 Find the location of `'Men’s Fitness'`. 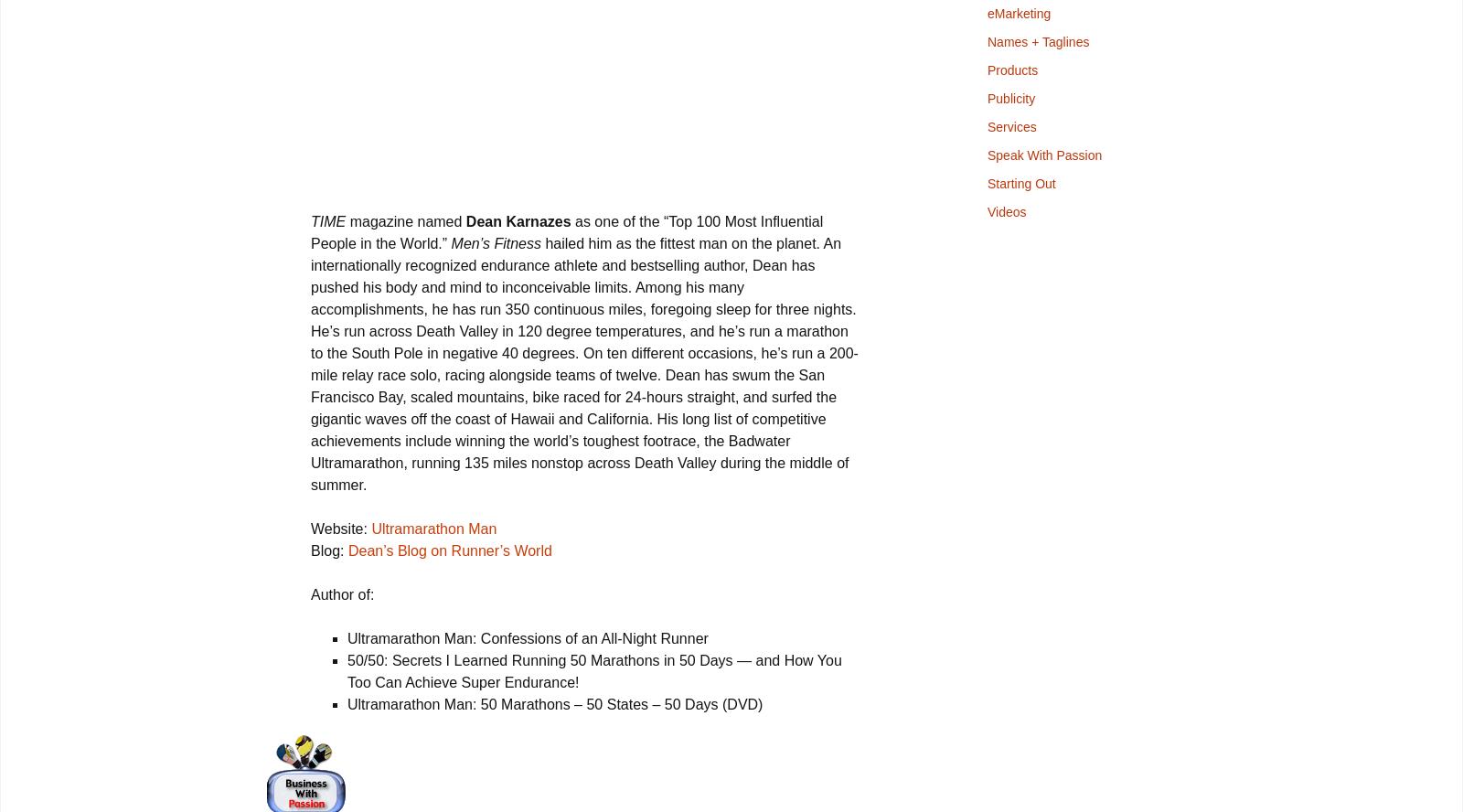

'Men’s Fitness' is located at coordinates (494, 243).